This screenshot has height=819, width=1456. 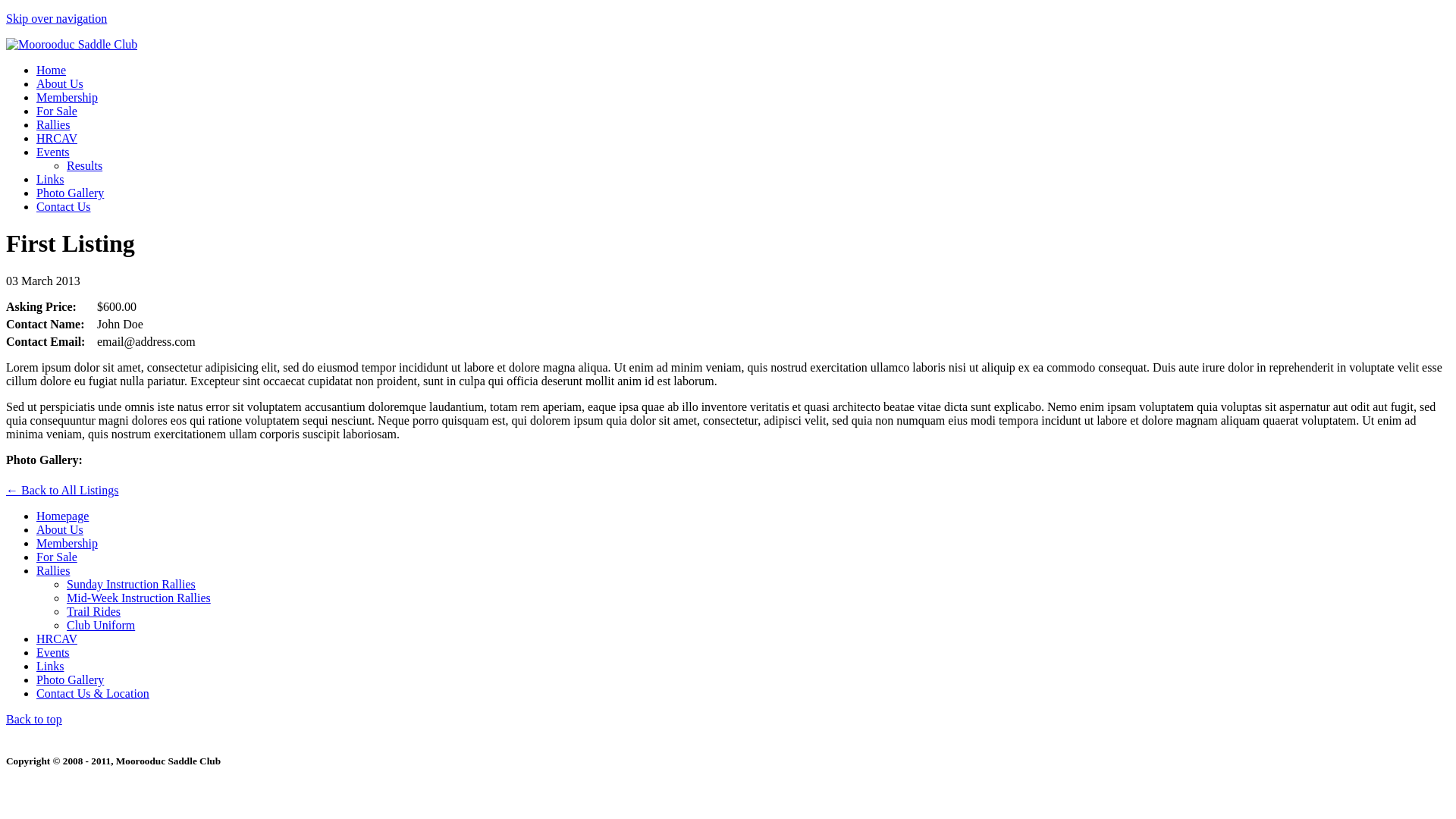 What do you see at coordinates (33, 718) in the screenshot?
I see `'Back to top'` at bounding box center [33, 718].